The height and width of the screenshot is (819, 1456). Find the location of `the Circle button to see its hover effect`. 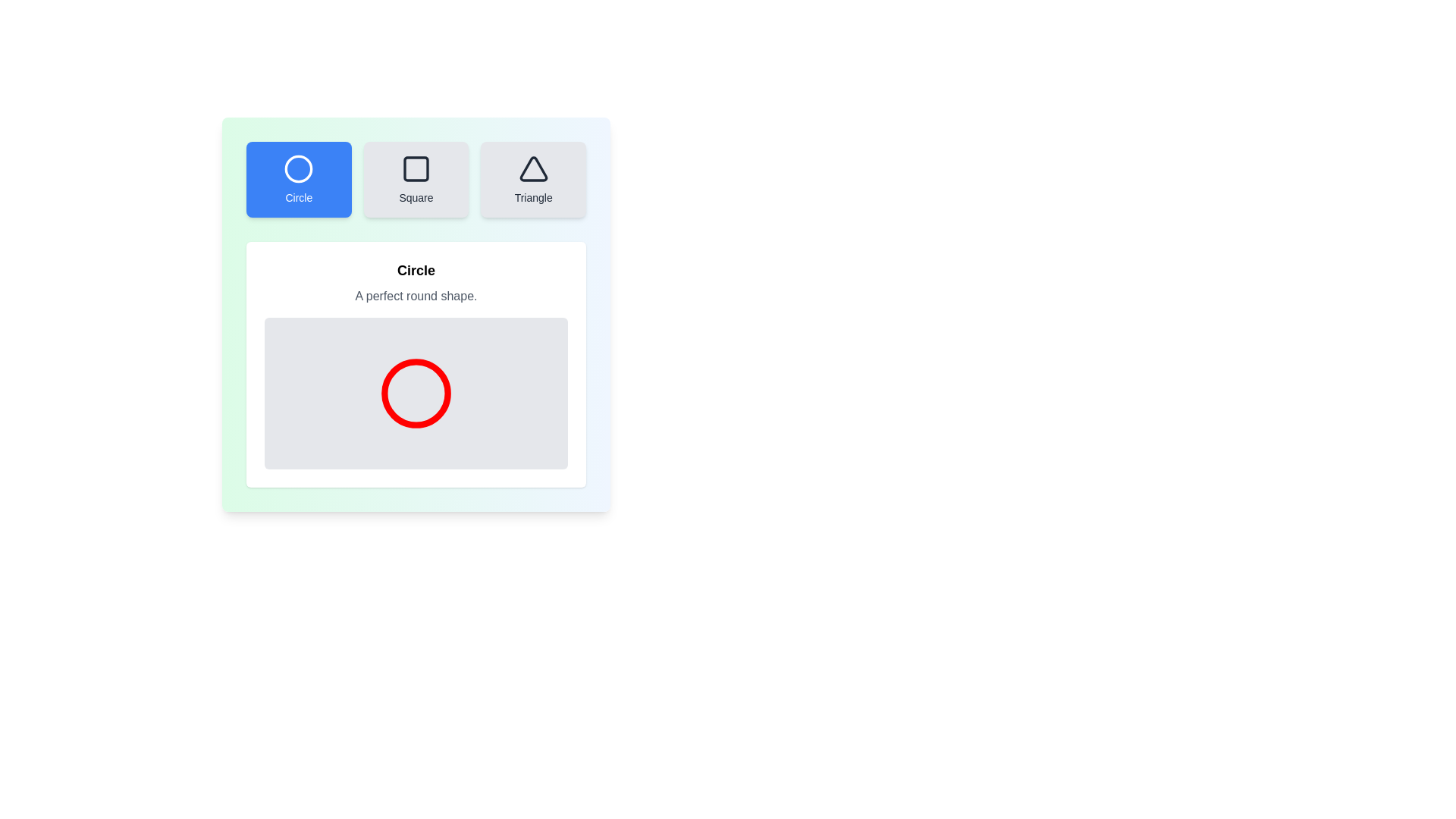

the Circle button to see its hover effect is located at coordinates (299, 178).